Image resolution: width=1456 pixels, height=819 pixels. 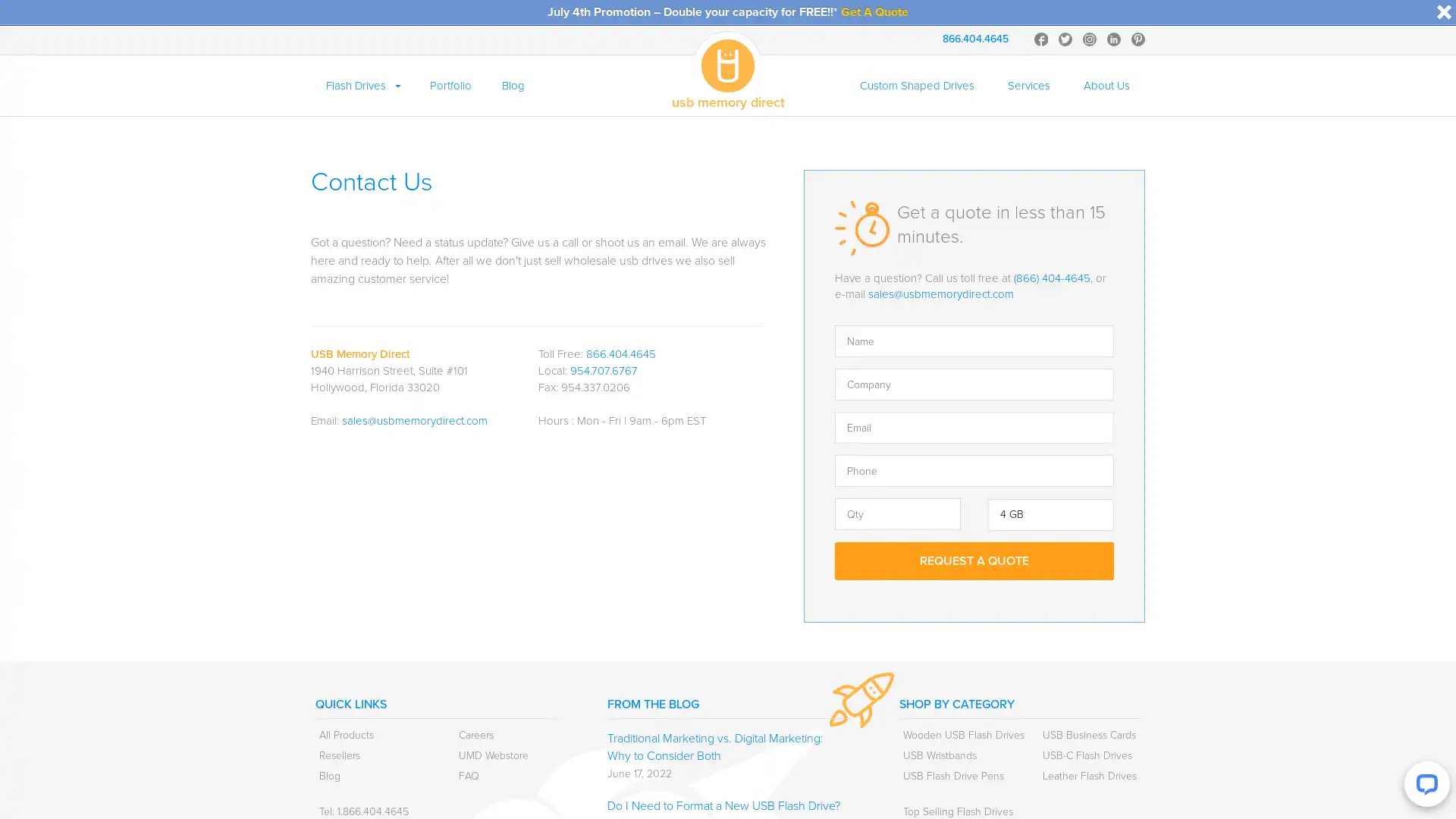 I want to click on Request A Quote, so click(x=974, y=560).